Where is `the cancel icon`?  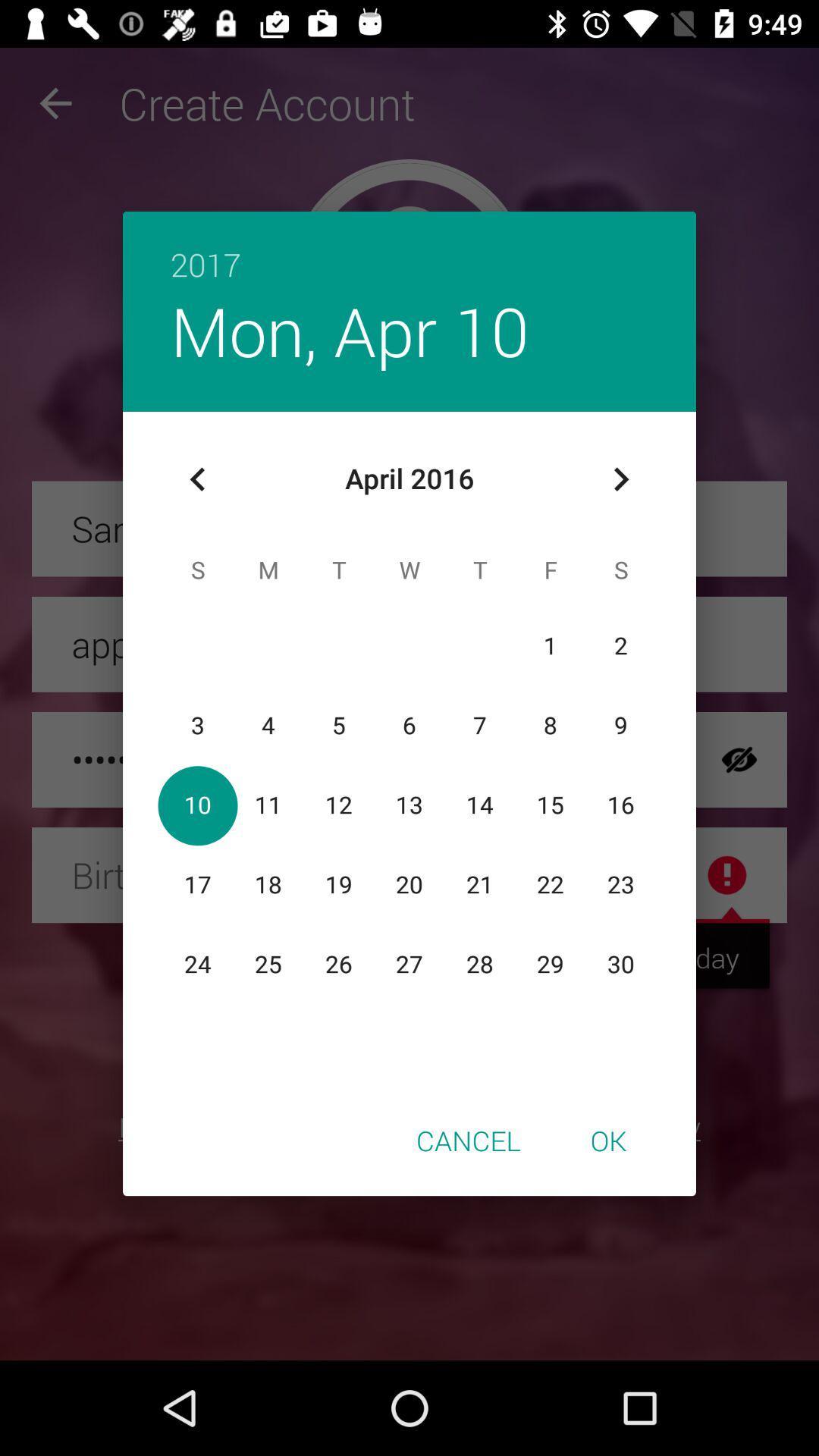 the cancel icon is located at coordinates (467, 1140).